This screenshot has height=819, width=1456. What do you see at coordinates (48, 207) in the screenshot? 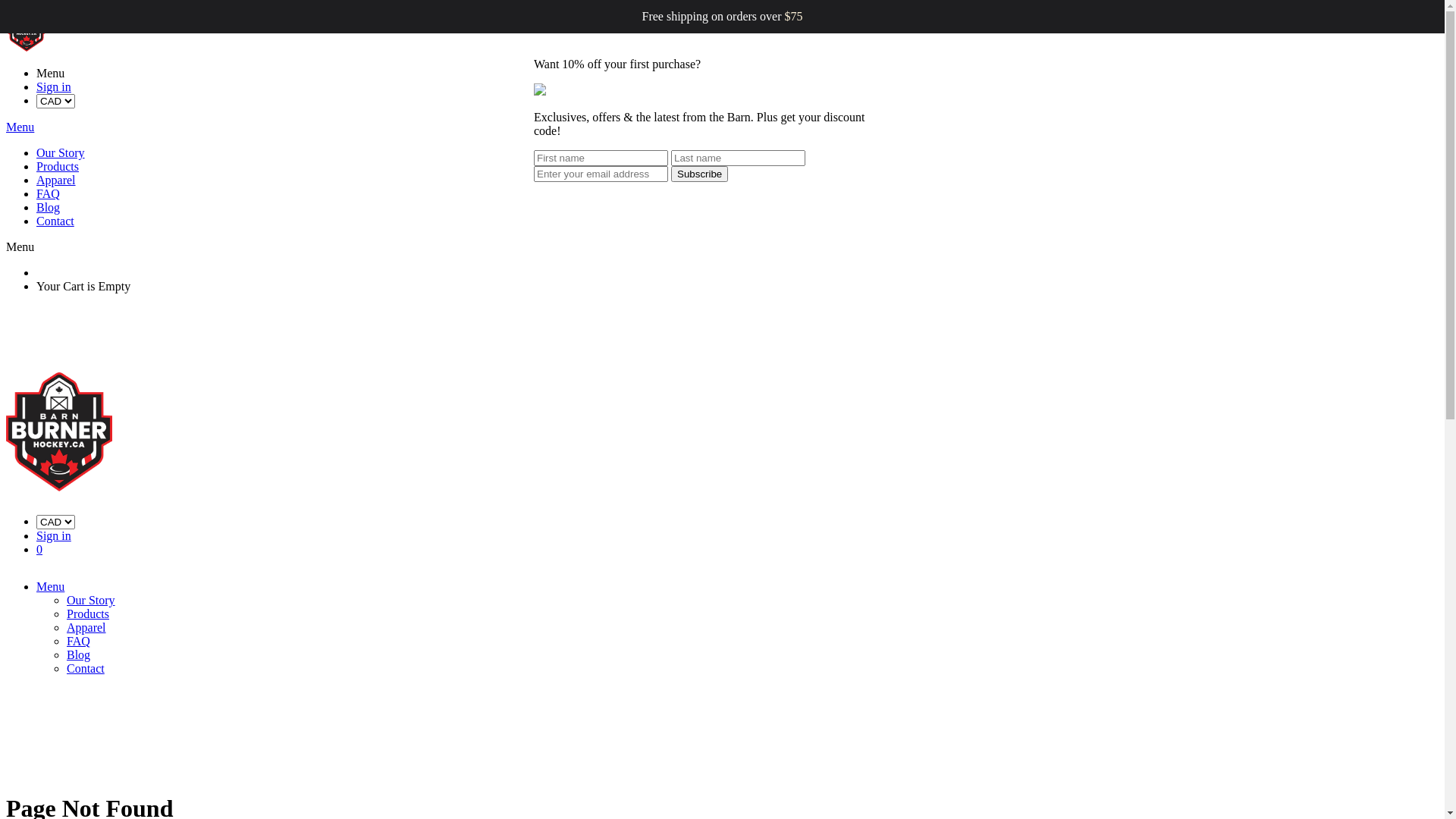
I see `'Blog'` at bounding box center [48, 207].